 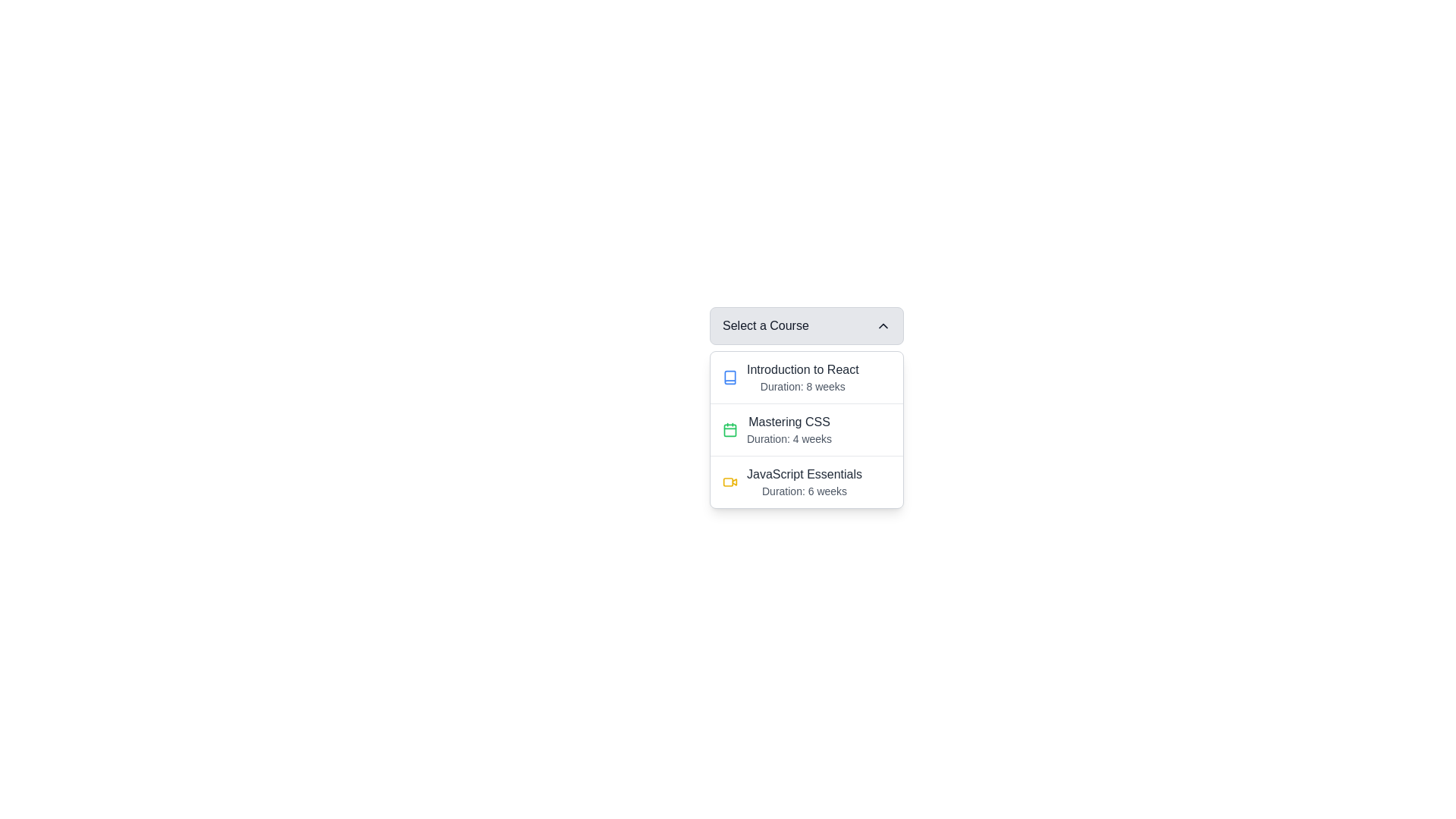 I want to click on the green calendar icon located to the left of the text 'Mastering CSS Duration: 4 weeks', so click(x=730, y=430).